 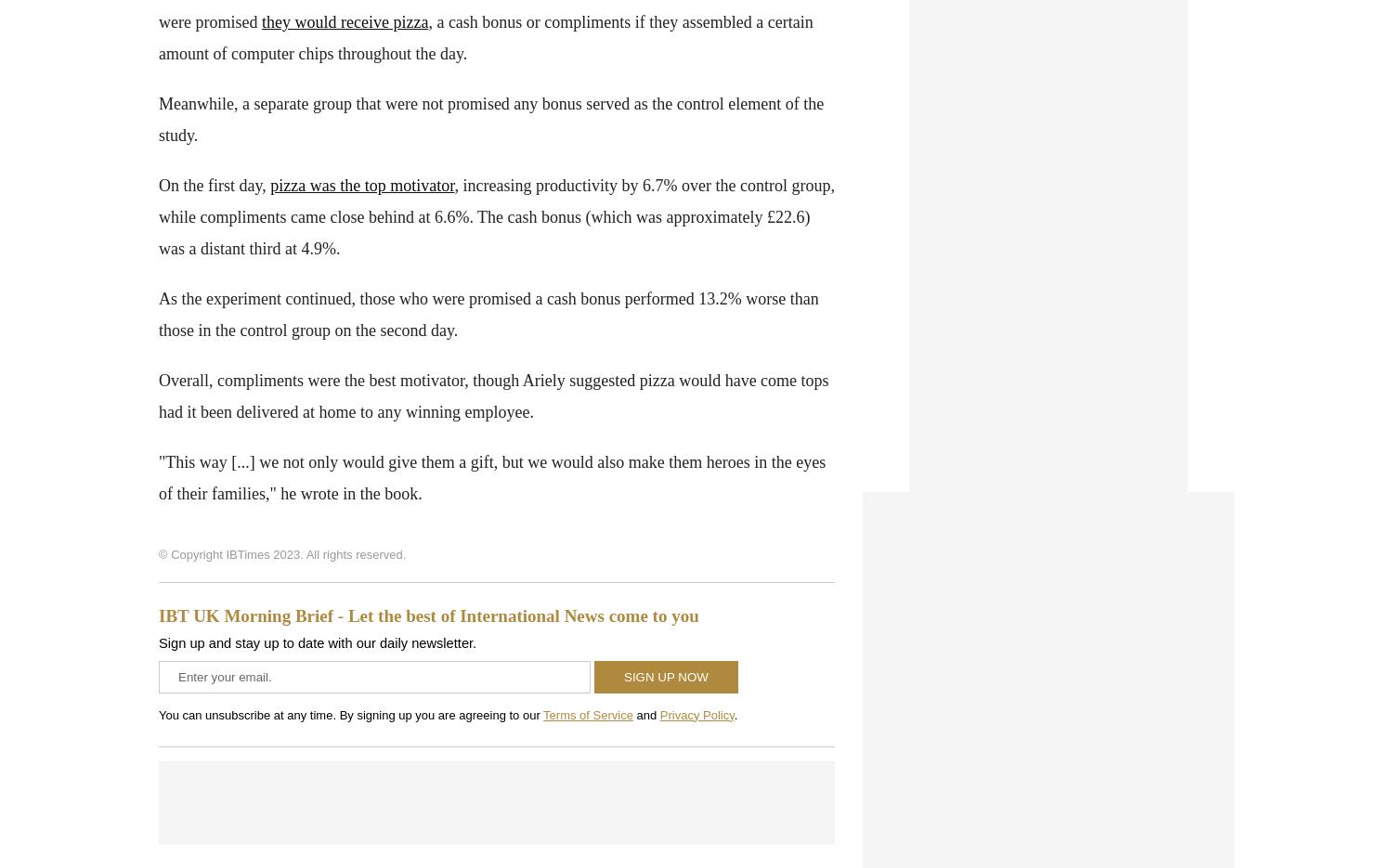 What do you see at coordinates (644, 713) in the screenshot?
I see `'and'` at bounding box center [644, 713].